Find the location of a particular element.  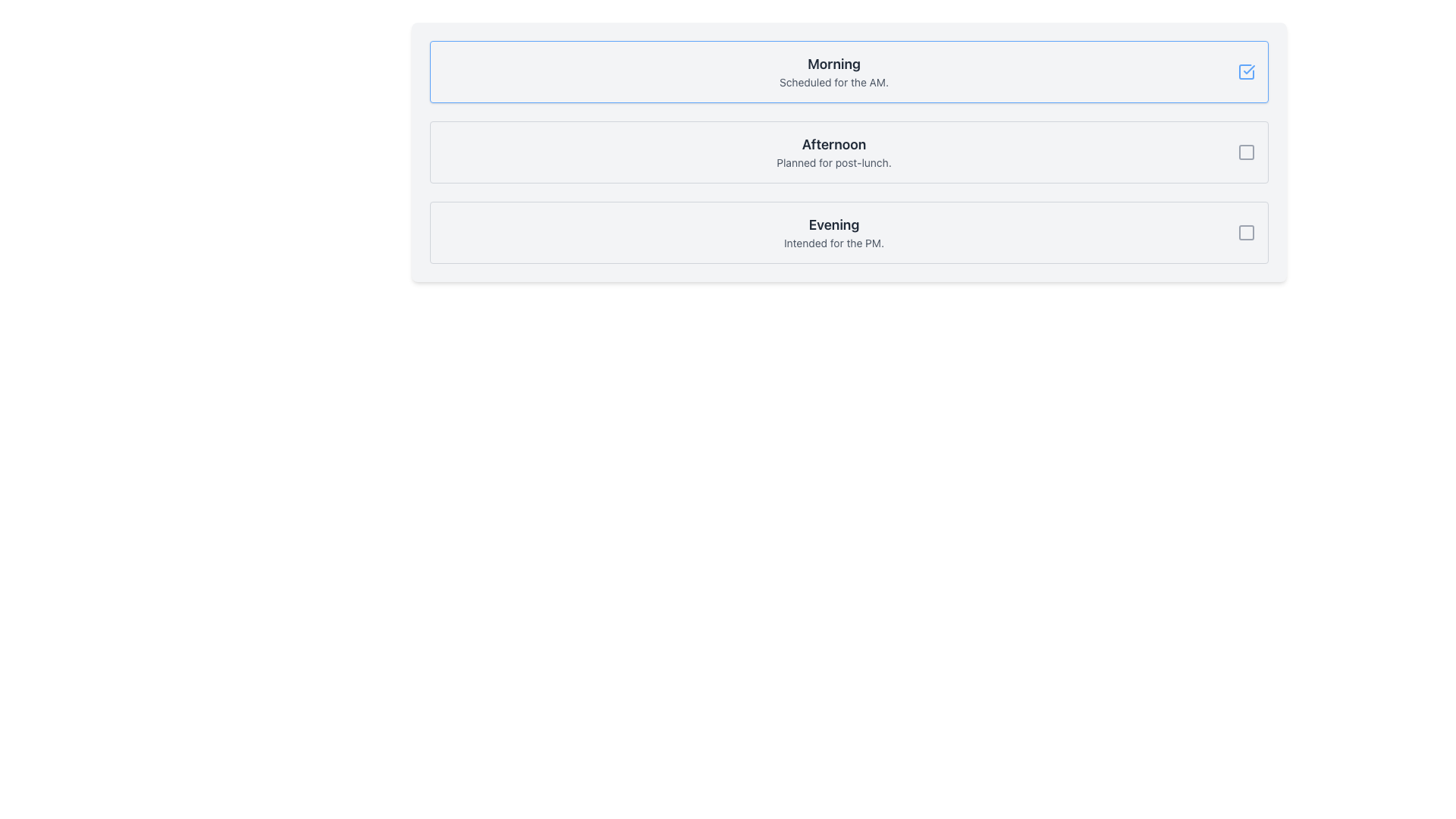

the textual label element that displays the heading 'Morning' and the subtext 'Scheduled for the AM.' is located at coordinates (833, 72).